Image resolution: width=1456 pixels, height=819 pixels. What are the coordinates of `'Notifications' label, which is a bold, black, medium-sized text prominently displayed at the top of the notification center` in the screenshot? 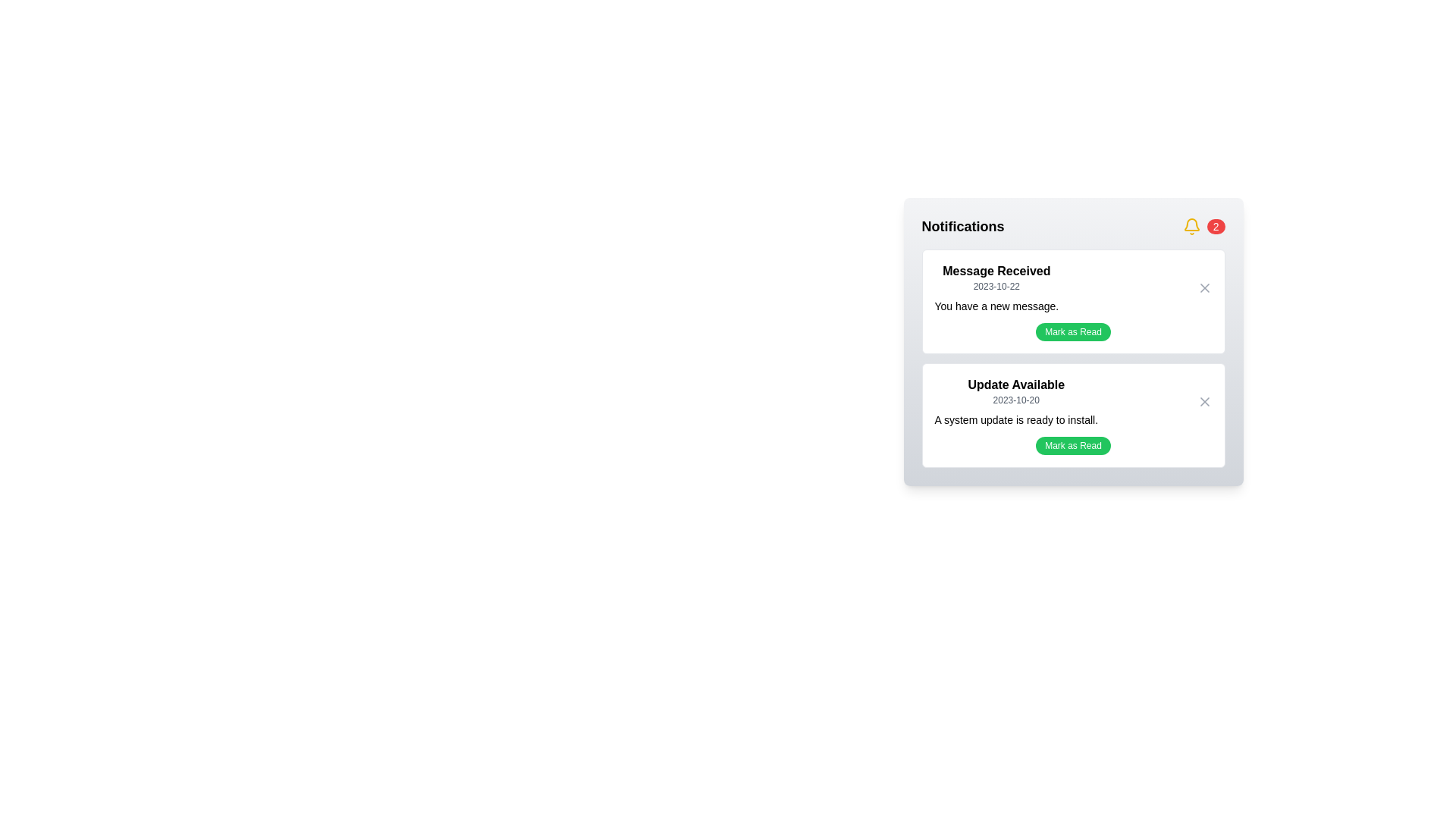 It's located at (962, 227).